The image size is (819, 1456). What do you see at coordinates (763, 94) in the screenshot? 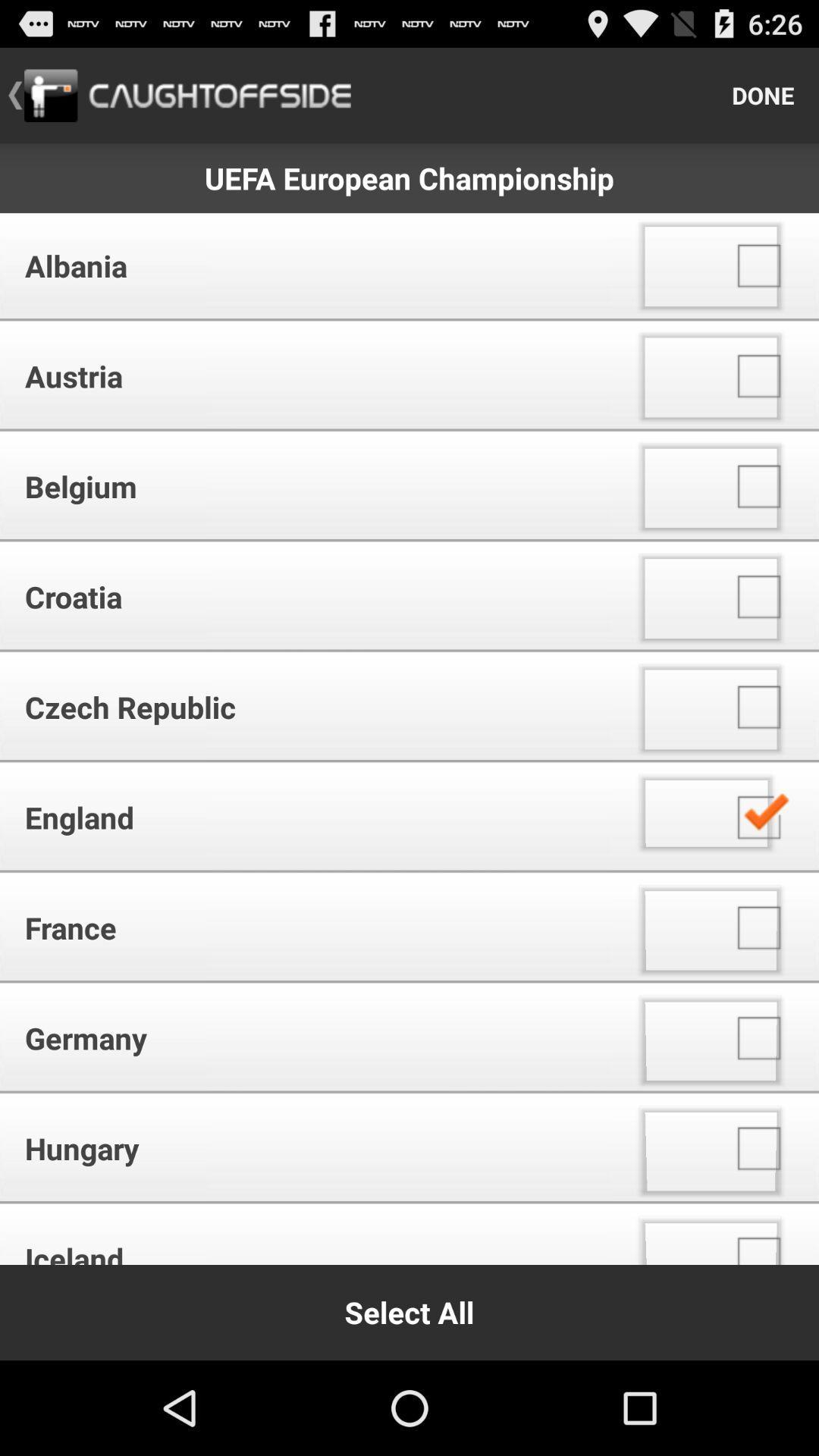
I see `done item` at bounding box center [763, 94].